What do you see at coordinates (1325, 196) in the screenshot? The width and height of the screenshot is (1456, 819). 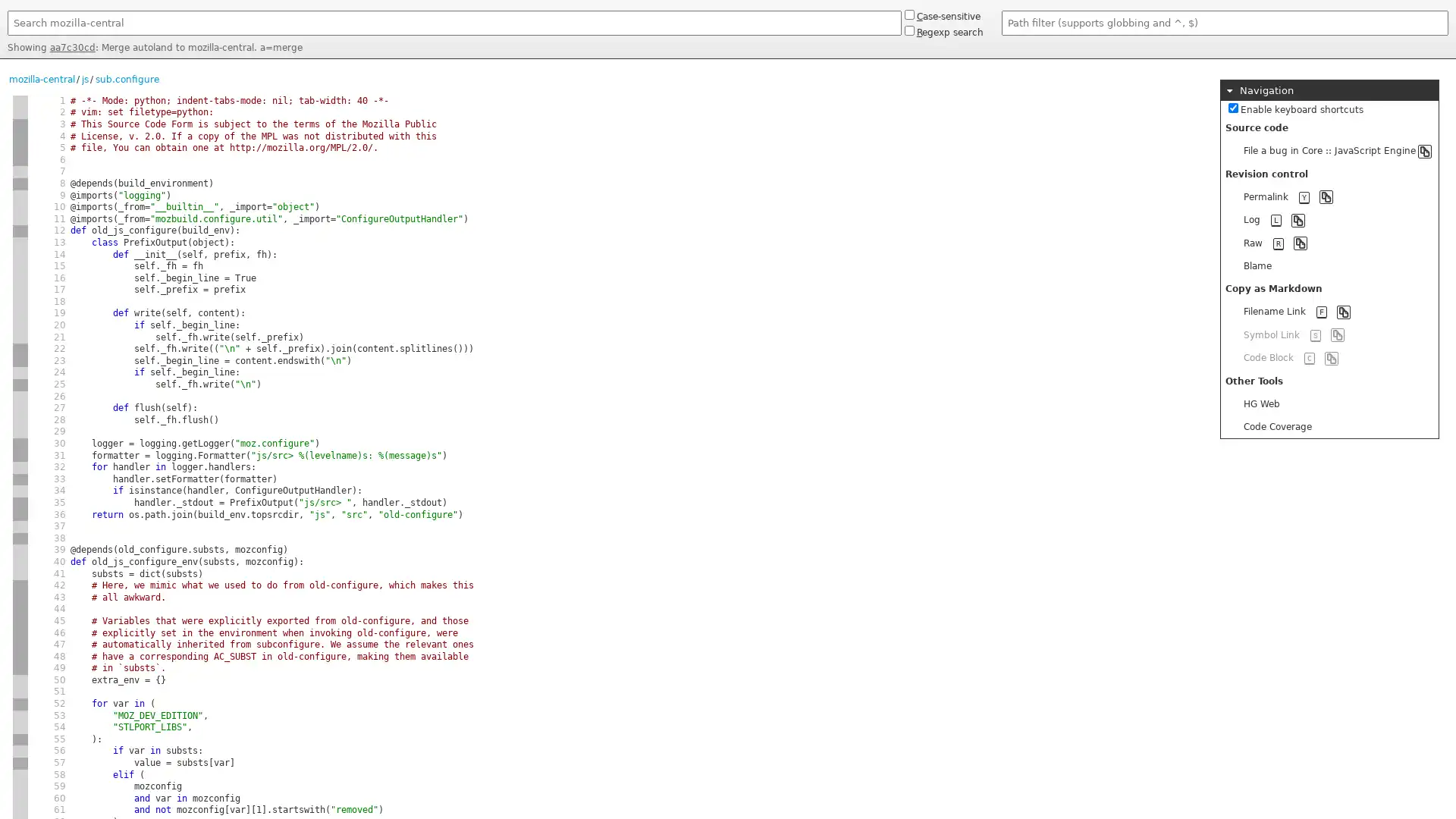 I see `Copy to clipboard` at bounding box center [1325, 196].